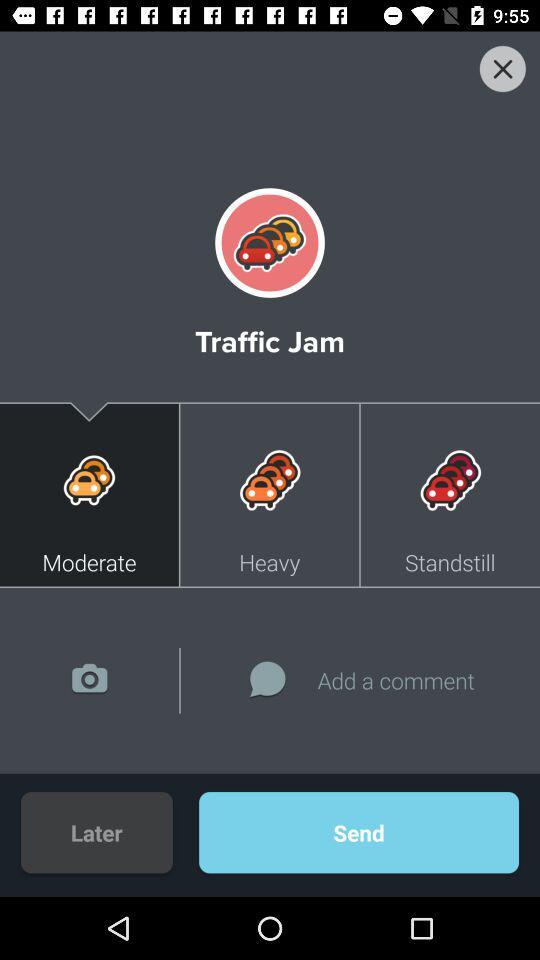 This screenshot has width=540, height=960. What do you see at coordinates (501, 69) in the screenshot?
I see `the close icon` at bounding box center [501, 69].